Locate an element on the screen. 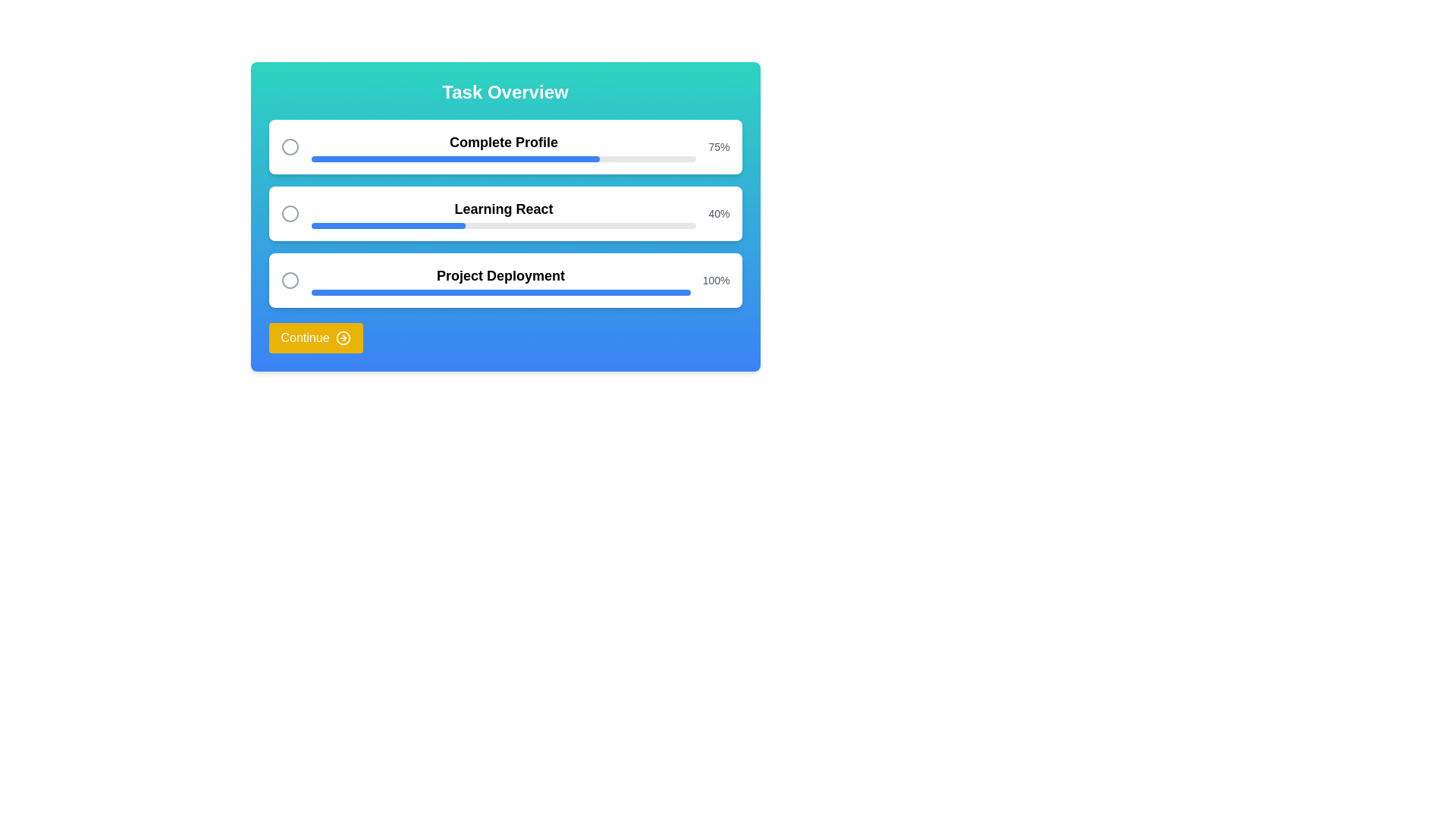 The image size is (1456, 819). the progress bar that visually represents the progress of the 'Learning React' task, showing 40% completion, located below the text 'Learning React' is located at coordinates (504, 225).